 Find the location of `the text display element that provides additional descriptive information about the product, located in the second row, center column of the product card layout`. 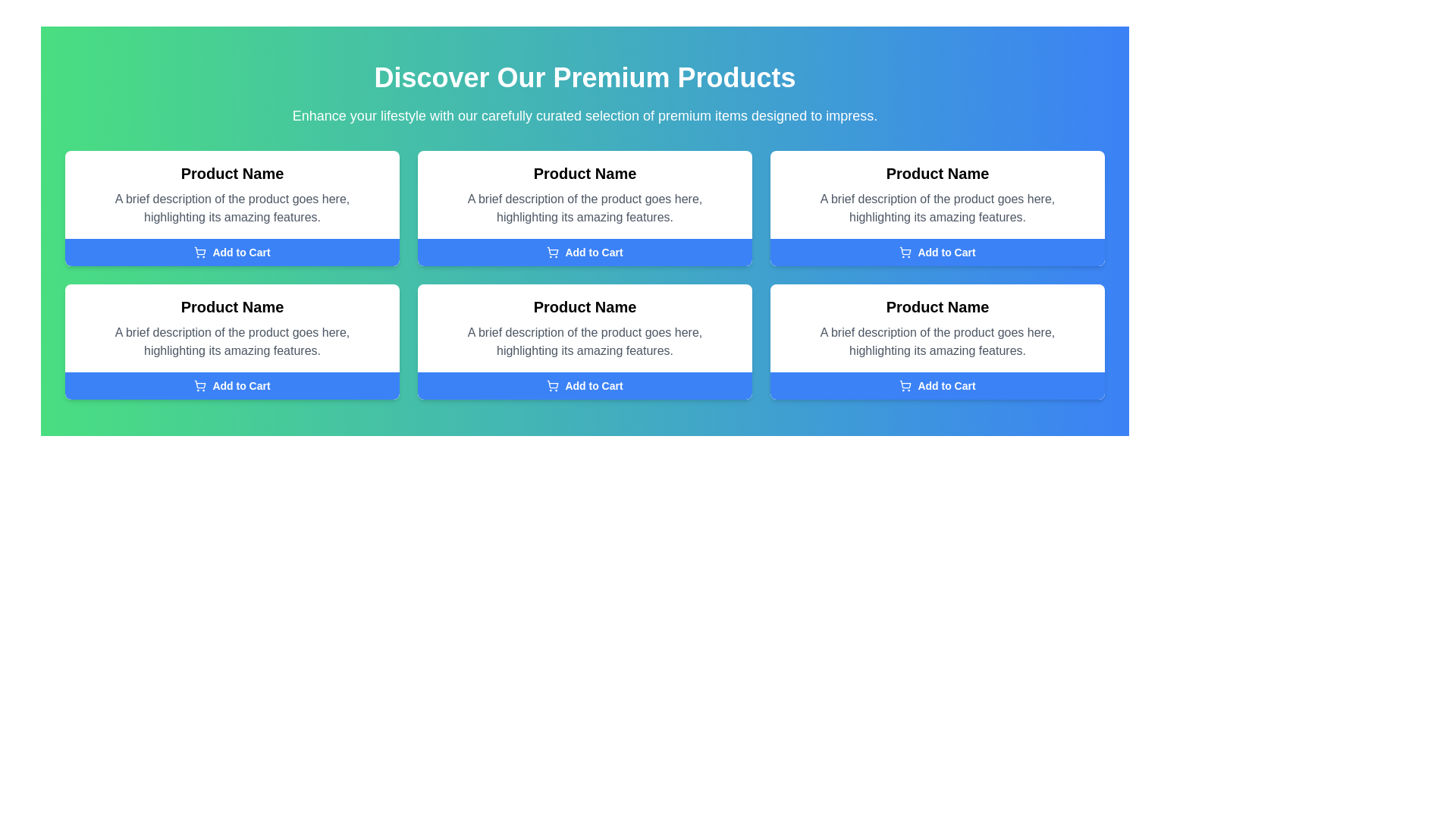

the text display element that provides additional descriptive information about the product, located in the second row, center column of the product card layout is located at coordinates (584, 342).